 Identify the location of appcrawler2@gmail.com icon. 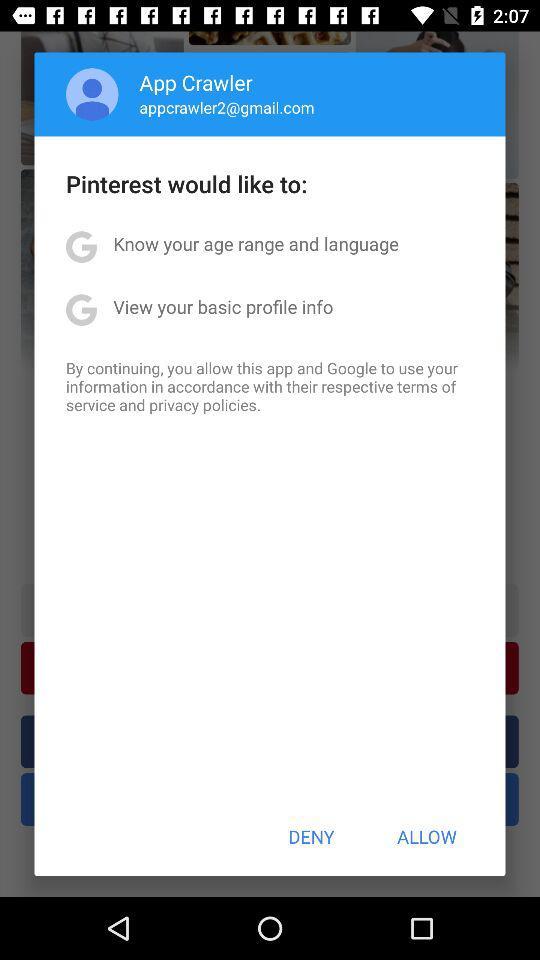
(226, 107).